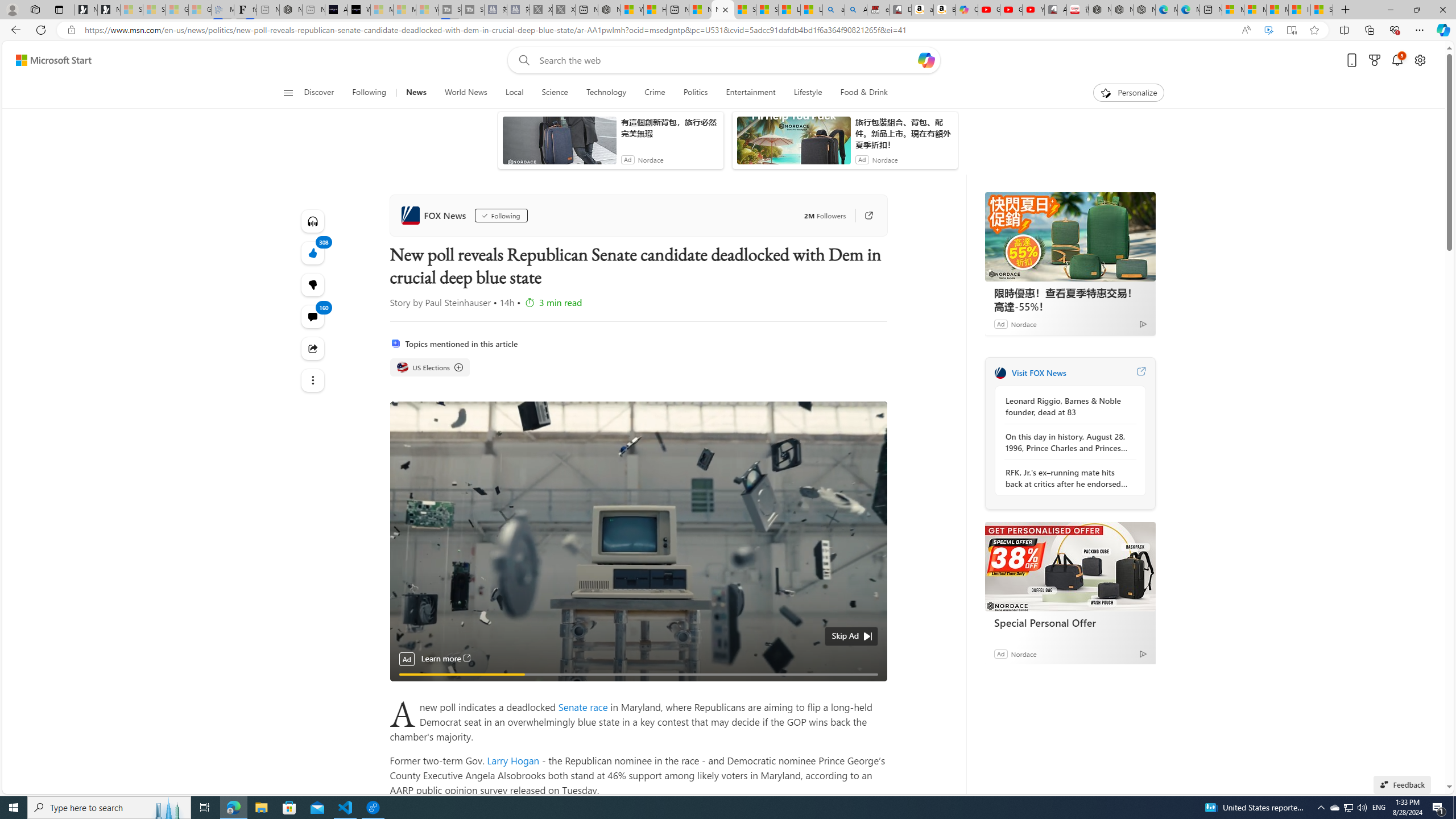  What do you see at coordinates (512, 760) in the screenshot?
I see `'Larry Hogan'` at bounding box center [512, 760].